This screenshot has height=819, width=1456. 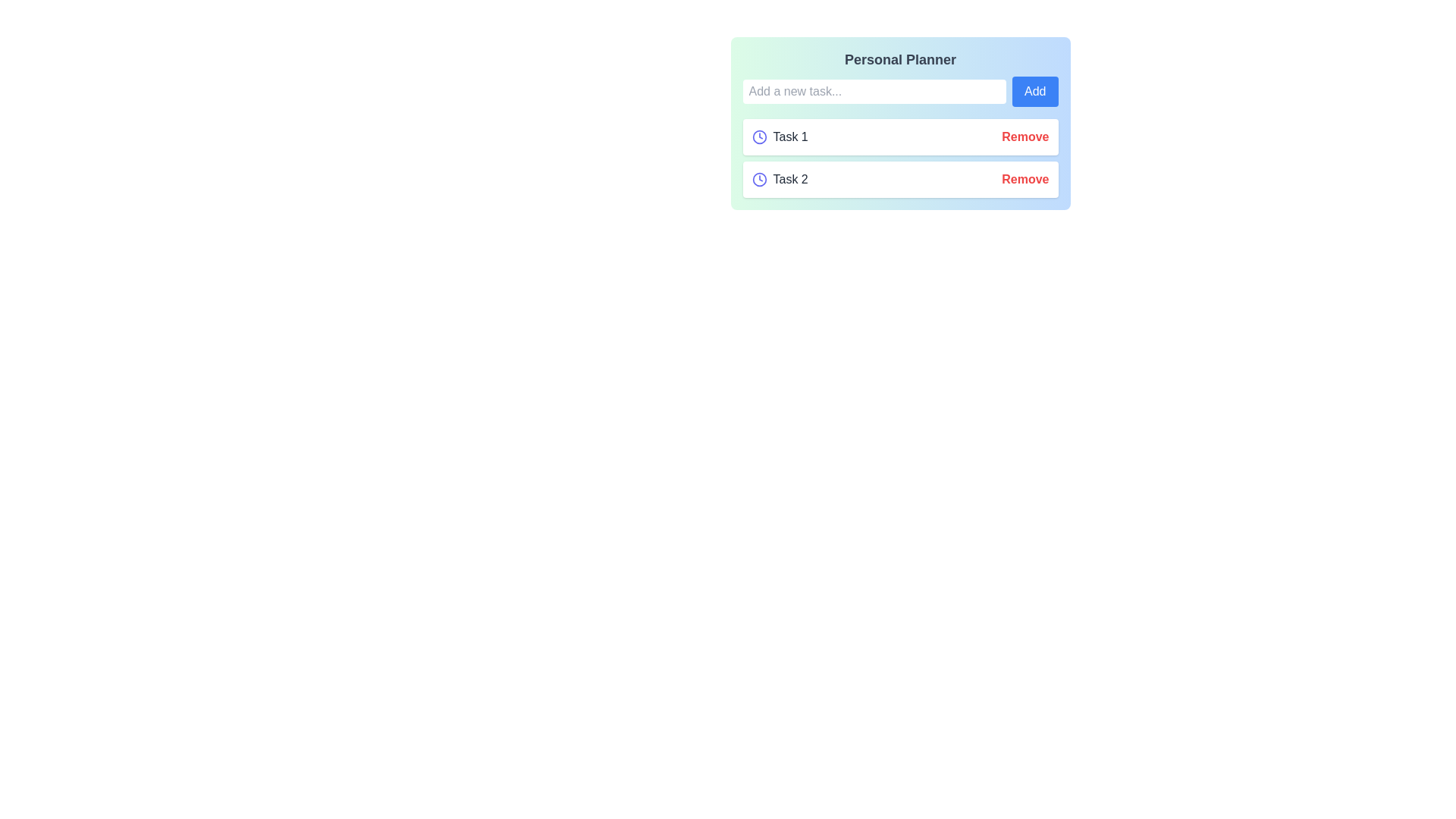 What do you see at coordinates (1034, 91) in the screenshot?
I see `the button labeled Add to observe visual feedback` at bounding box center [1034, 91].